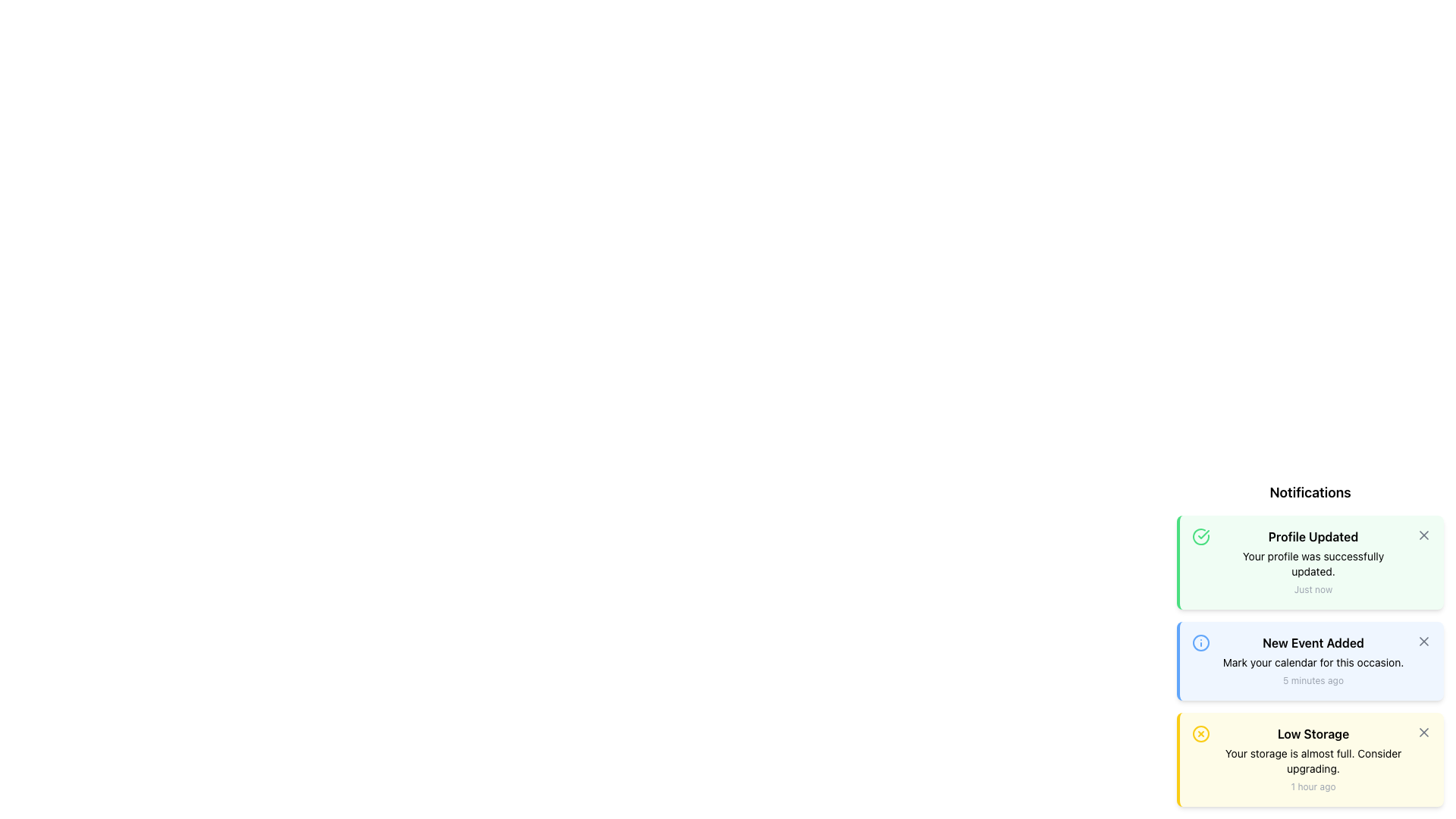 Image resolution: width=1456 pixels, height=819 pixels. I want to click on bold title labeled 'Notifications' located at the top of the notification panel, which is the first visible component above any listed notifications, so click(1310, 493).